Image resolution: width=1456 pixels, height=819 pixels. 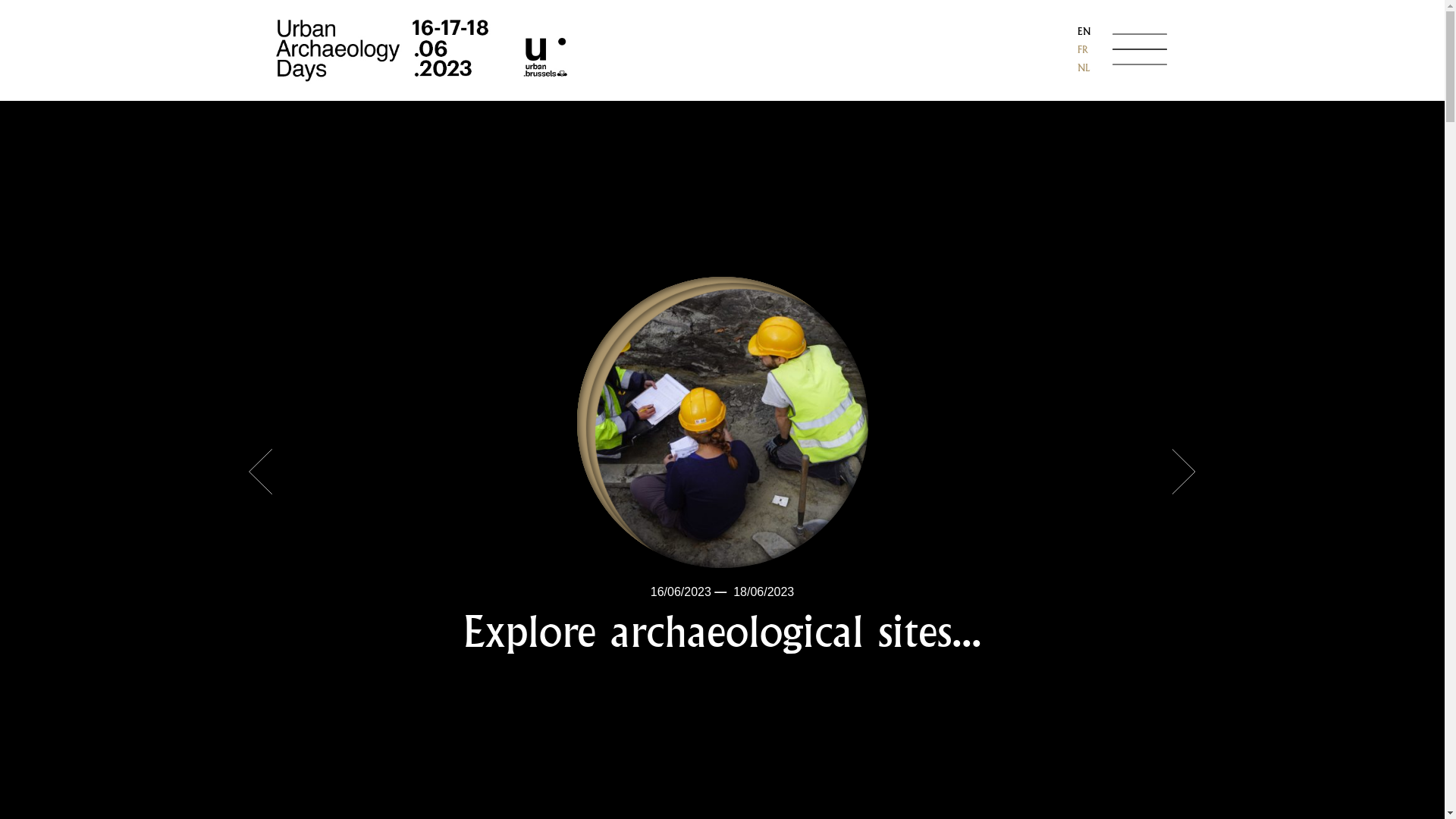 I want to click on 'NL', so click(x=1082, y=69).